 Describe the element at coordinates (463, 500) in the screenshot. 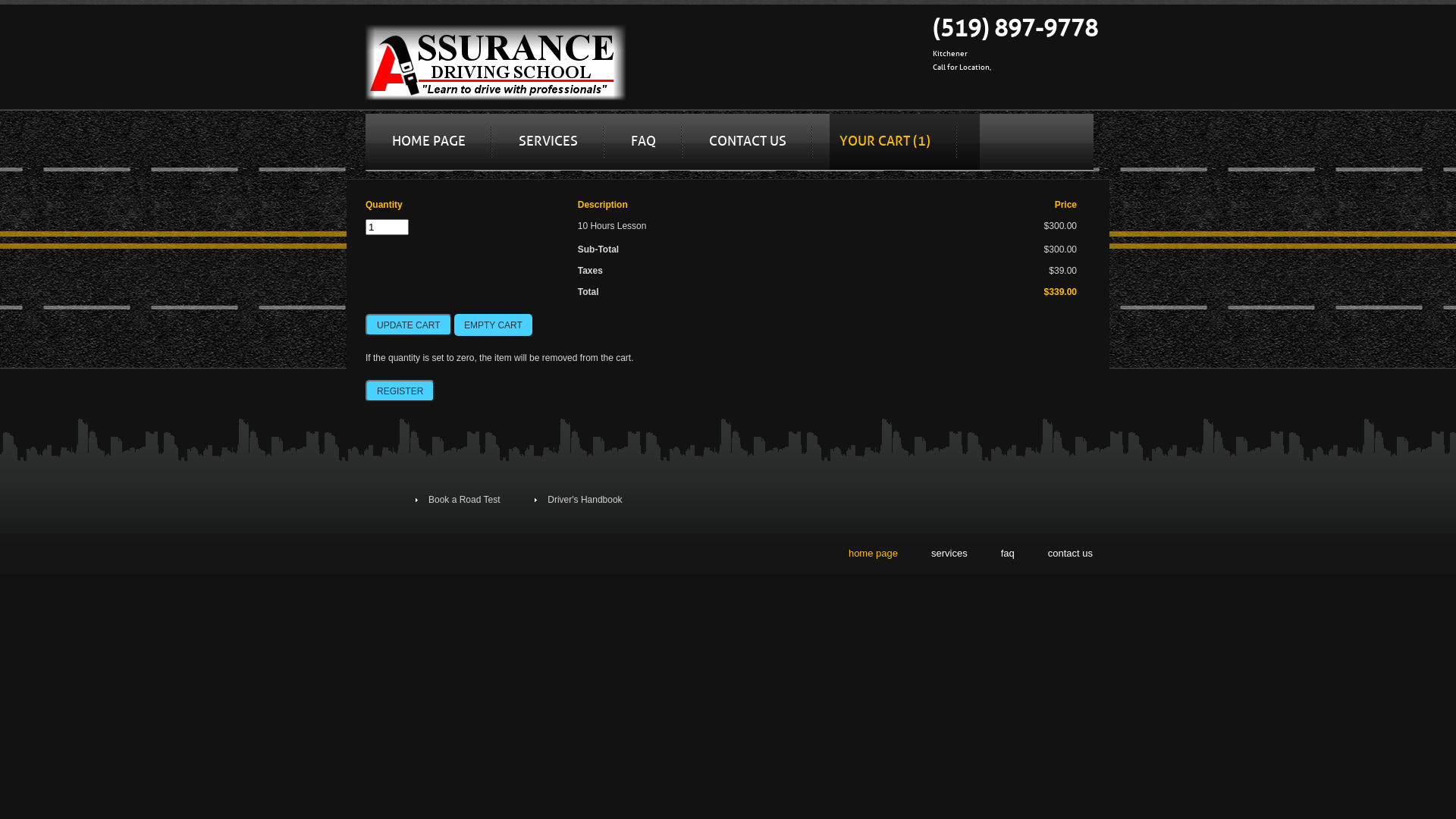

I see `'Book a Road Test'` at that location.